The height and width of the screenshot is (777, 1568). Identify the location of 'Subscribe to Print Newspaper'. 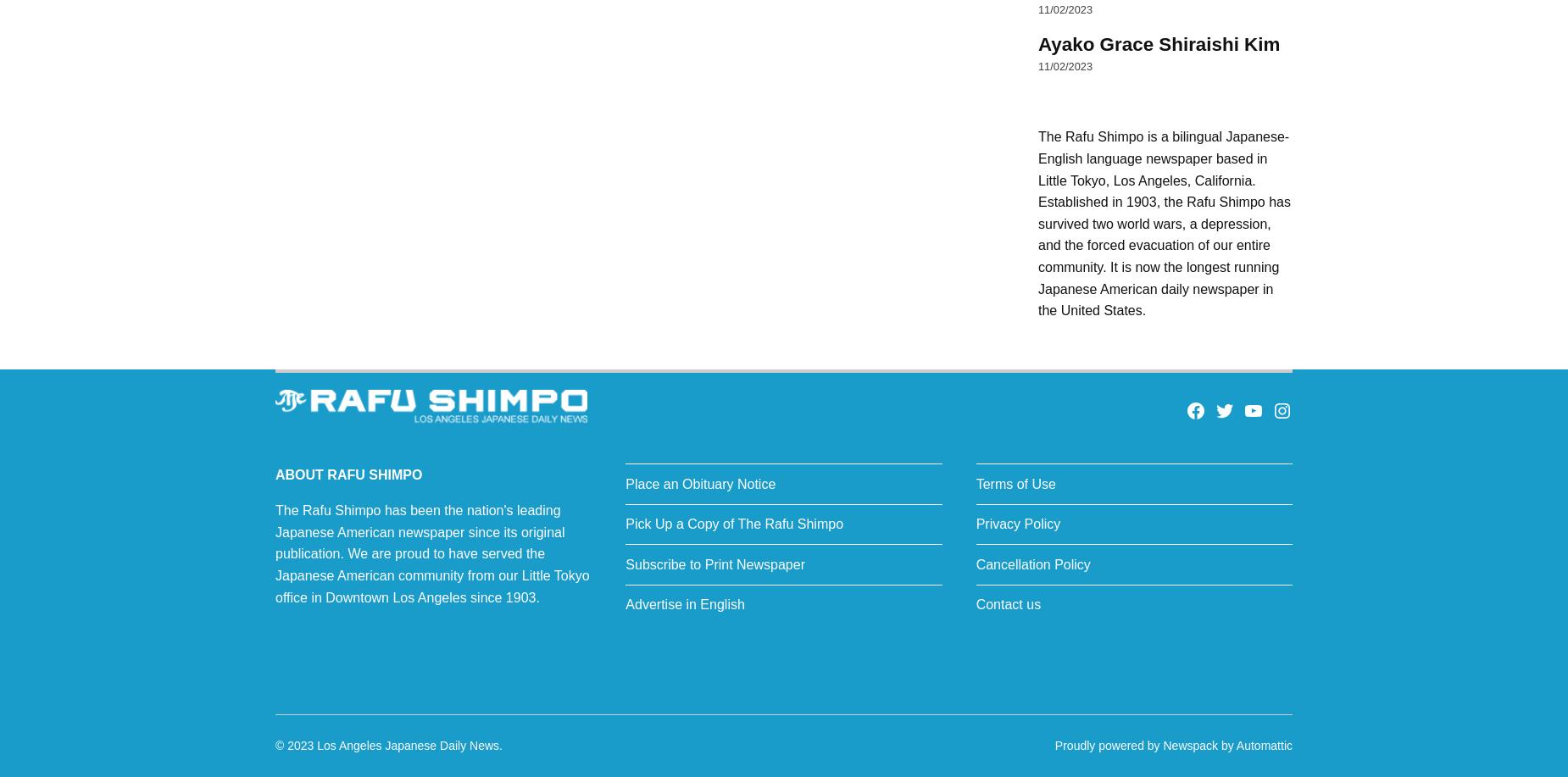
(714, 563).